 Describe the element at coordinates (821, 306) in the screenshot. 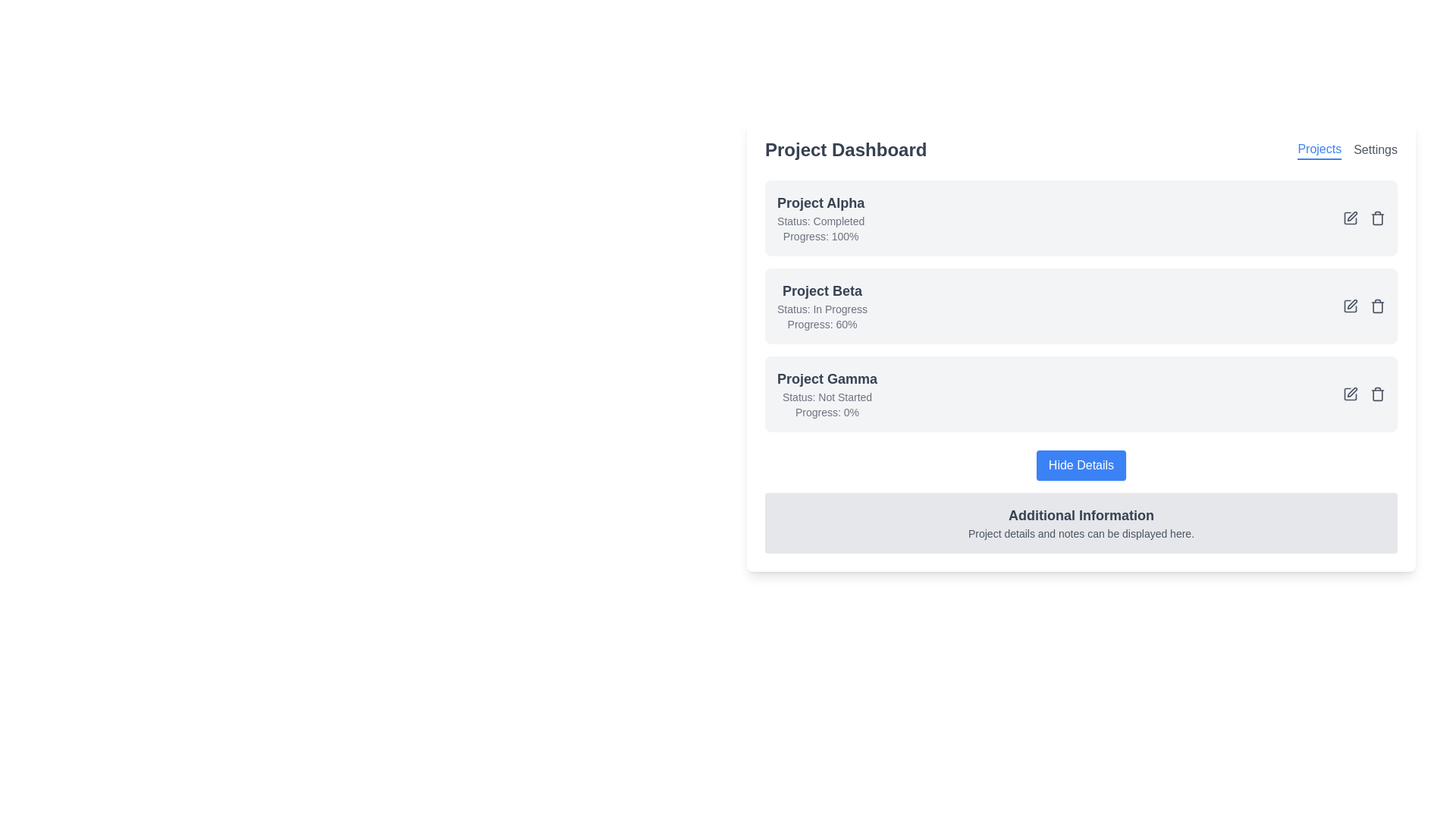

I see `information displayed in the text block about 'Project Beta', which includes its current status 'In Progress' and completion progress '60%', located in the second project card of the 'Project Dashboard'` at that location.